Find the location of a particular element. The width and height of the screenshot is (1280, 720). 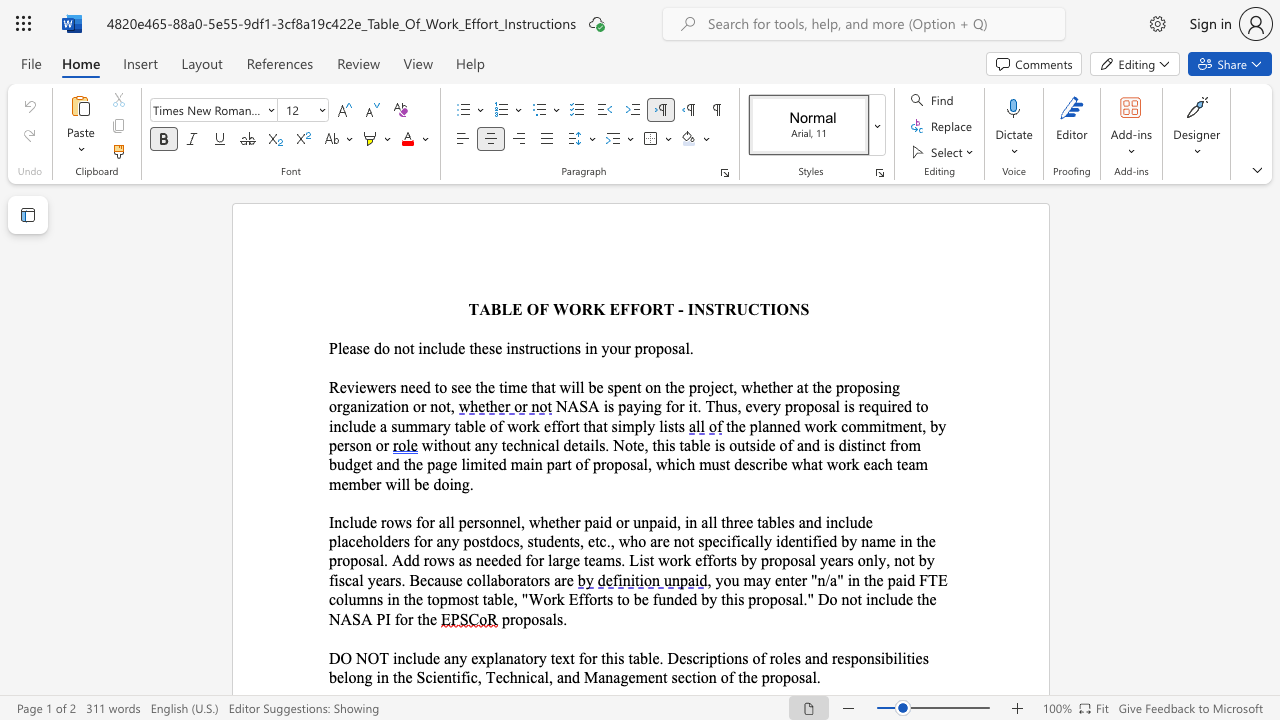

the subset text "nned" within the text "the planned work commitment, by person or" is located at coordinates (768, 425).